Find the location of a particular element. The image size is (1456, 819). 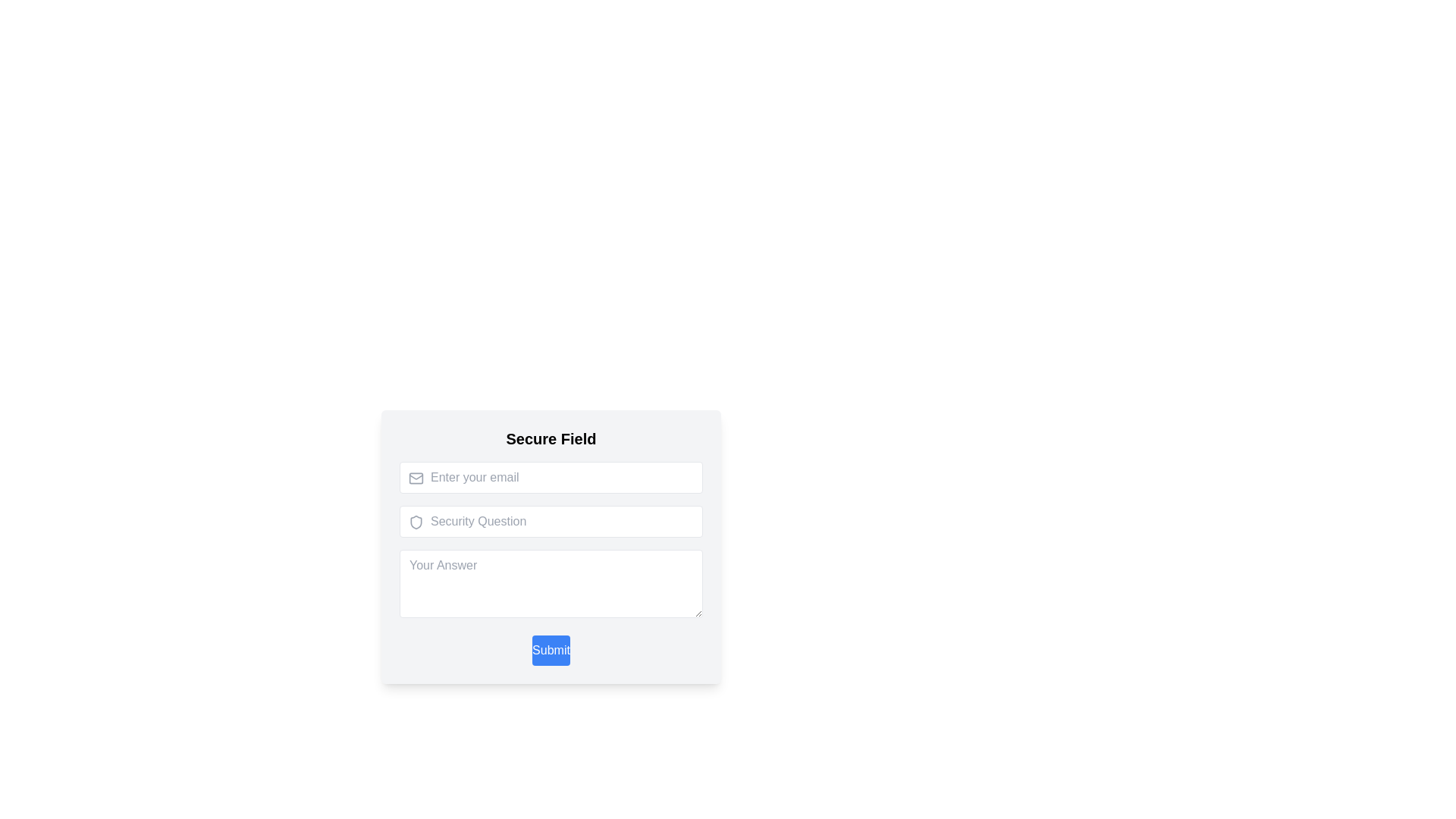

the 'Submit' button located at the bottom of the form is located at coordinates (550, 649).